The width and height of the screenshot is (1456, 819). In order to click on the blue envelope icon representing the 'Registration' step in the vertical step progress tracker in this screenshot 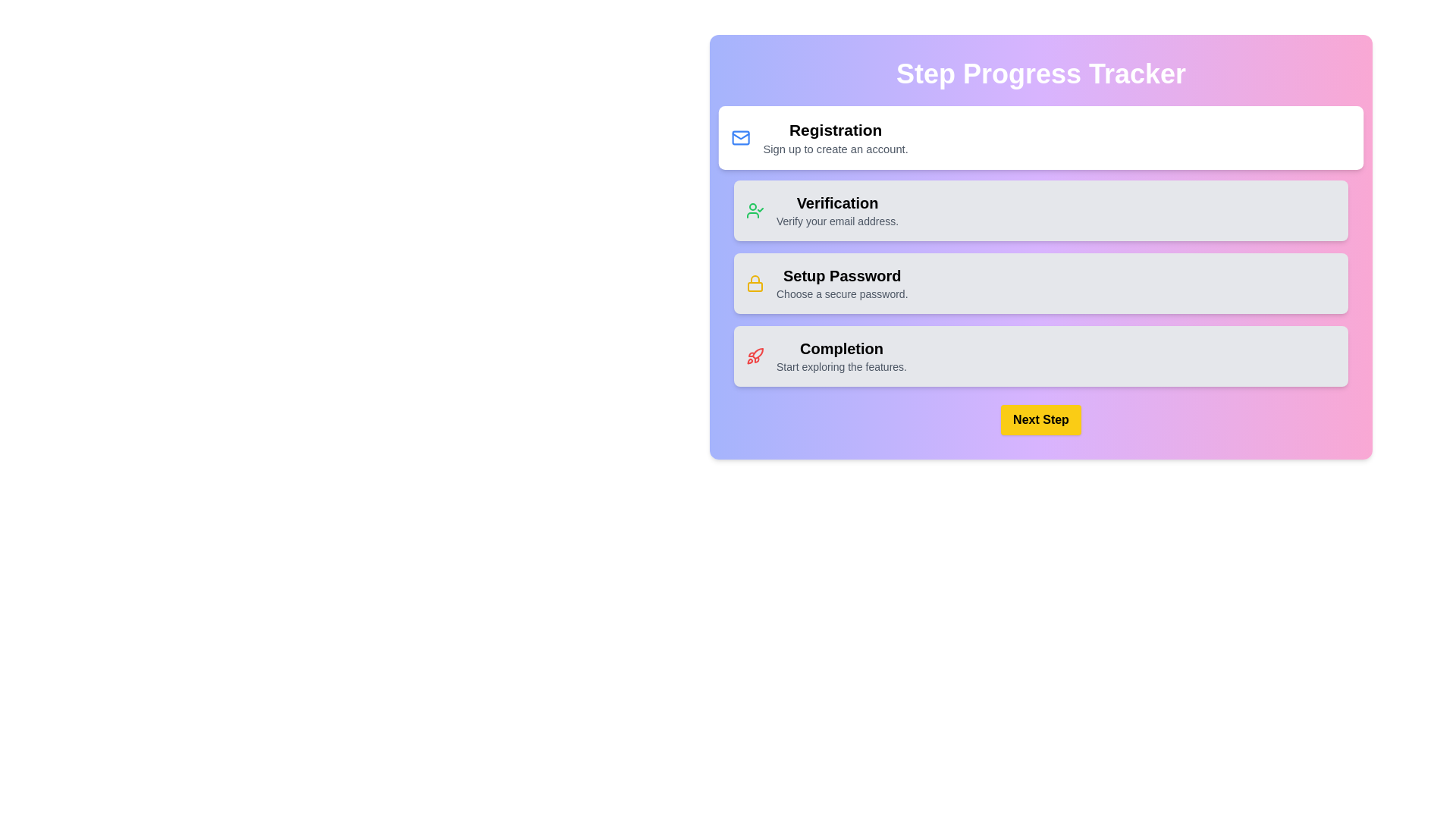, I will do `click(741, 137)`.